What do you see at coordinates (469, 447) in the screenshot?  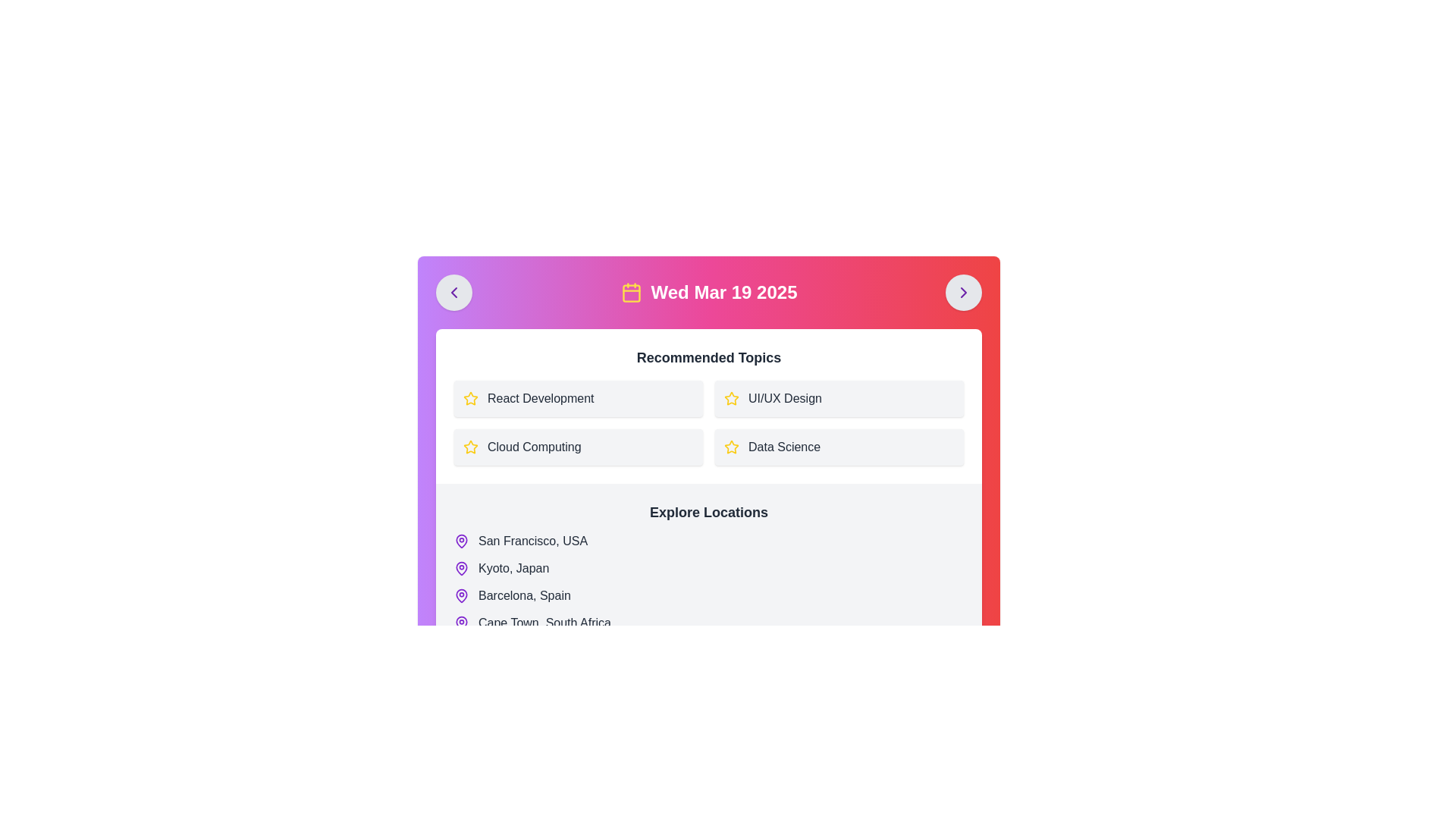 I see `the star-shaped icon with a yellow outline in the 'Cloud Computing' section of the 'Recommended Topics' group` at bounding box center [469, 447].